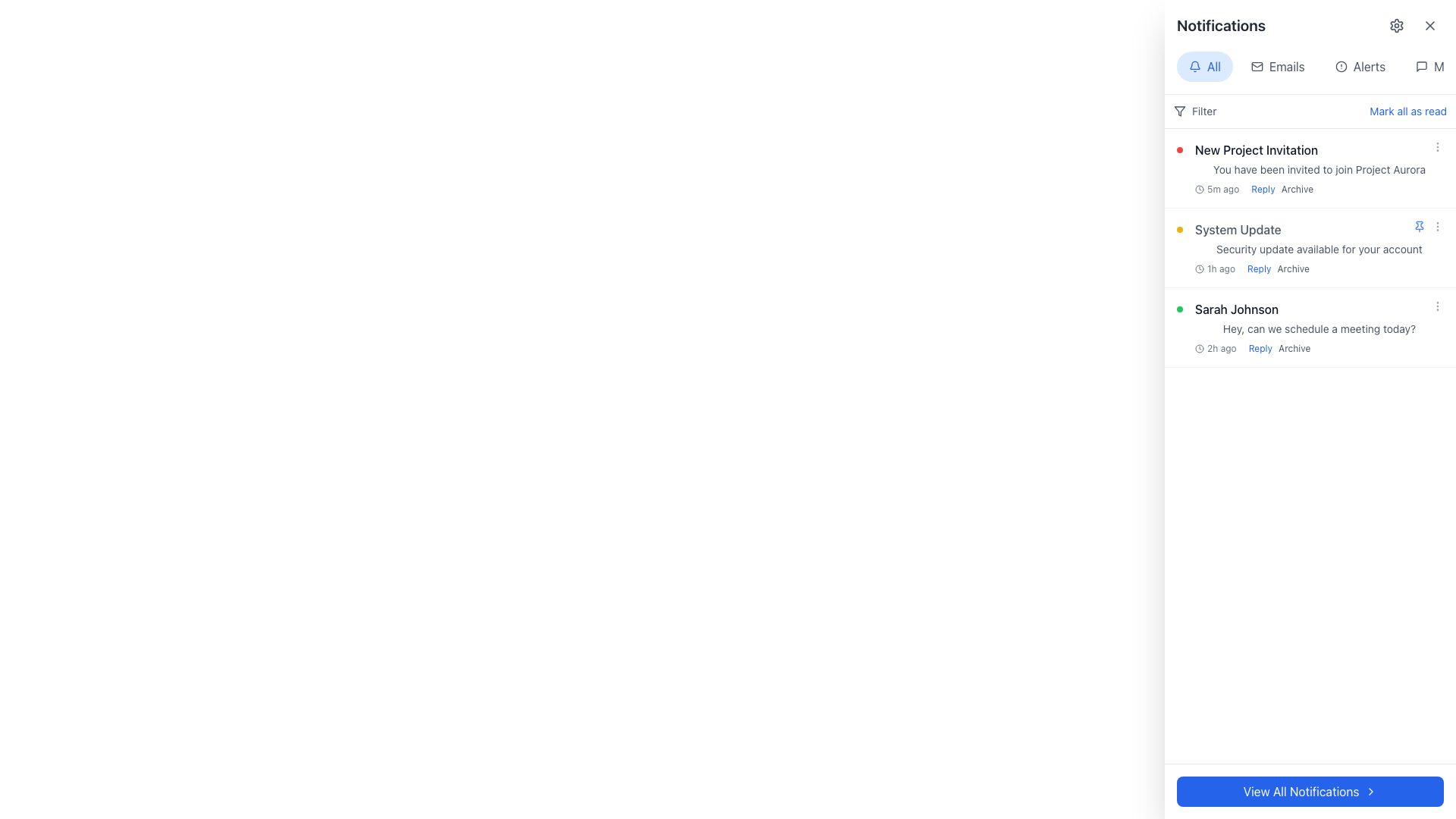  What do you see at coordinates (1429, 26) in the screenshot?
I see `the Close button represented by an 'X' icon within a circular button at the top-right corner of the notification panel` at bounding box center [1429, 26].